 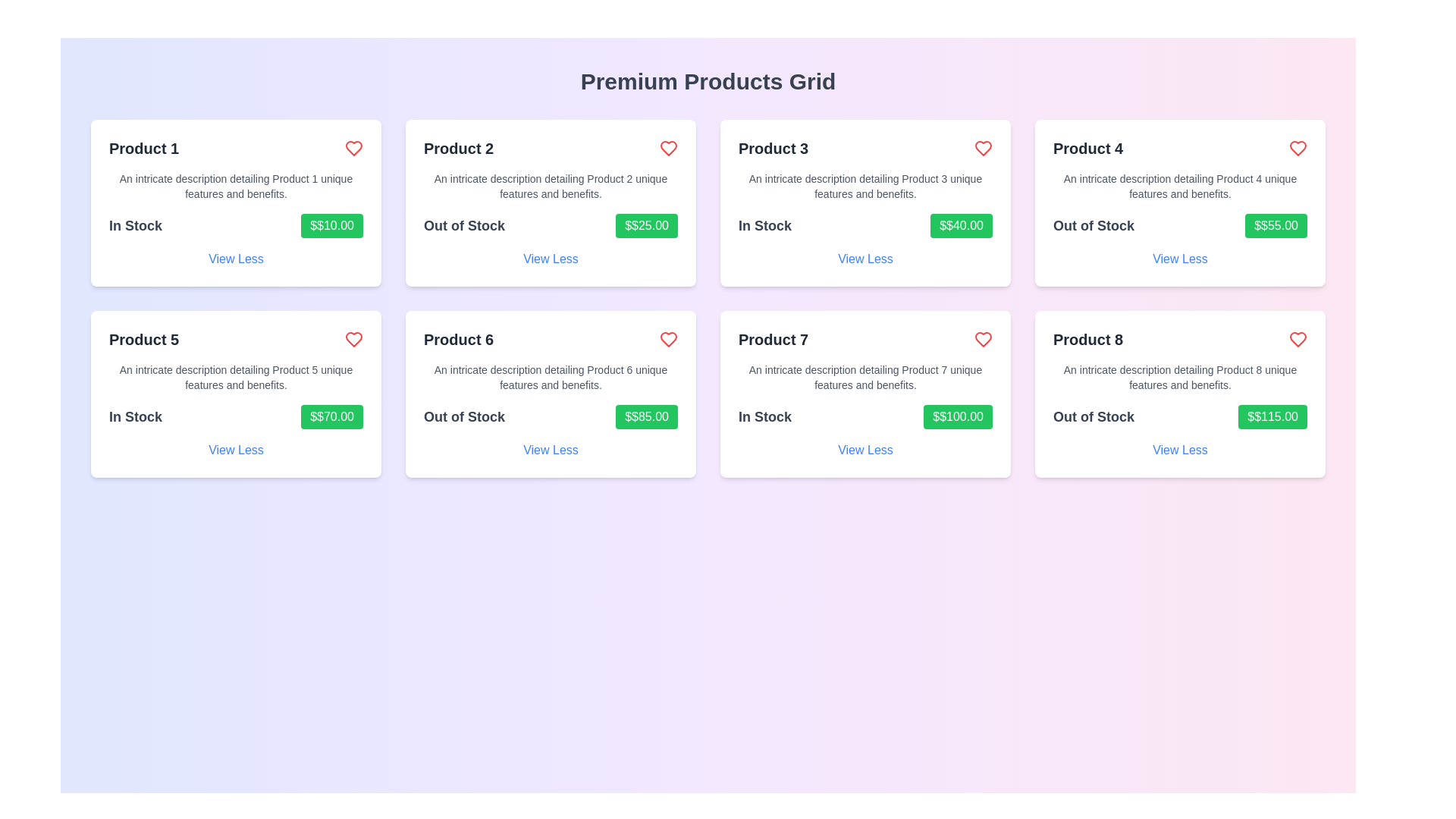 What do you see at coordinates (865, 259) in the screenshot?
I see `the hyperlink located at the bottom right of the 'Product 3' card` at bounding box center [865, 259].